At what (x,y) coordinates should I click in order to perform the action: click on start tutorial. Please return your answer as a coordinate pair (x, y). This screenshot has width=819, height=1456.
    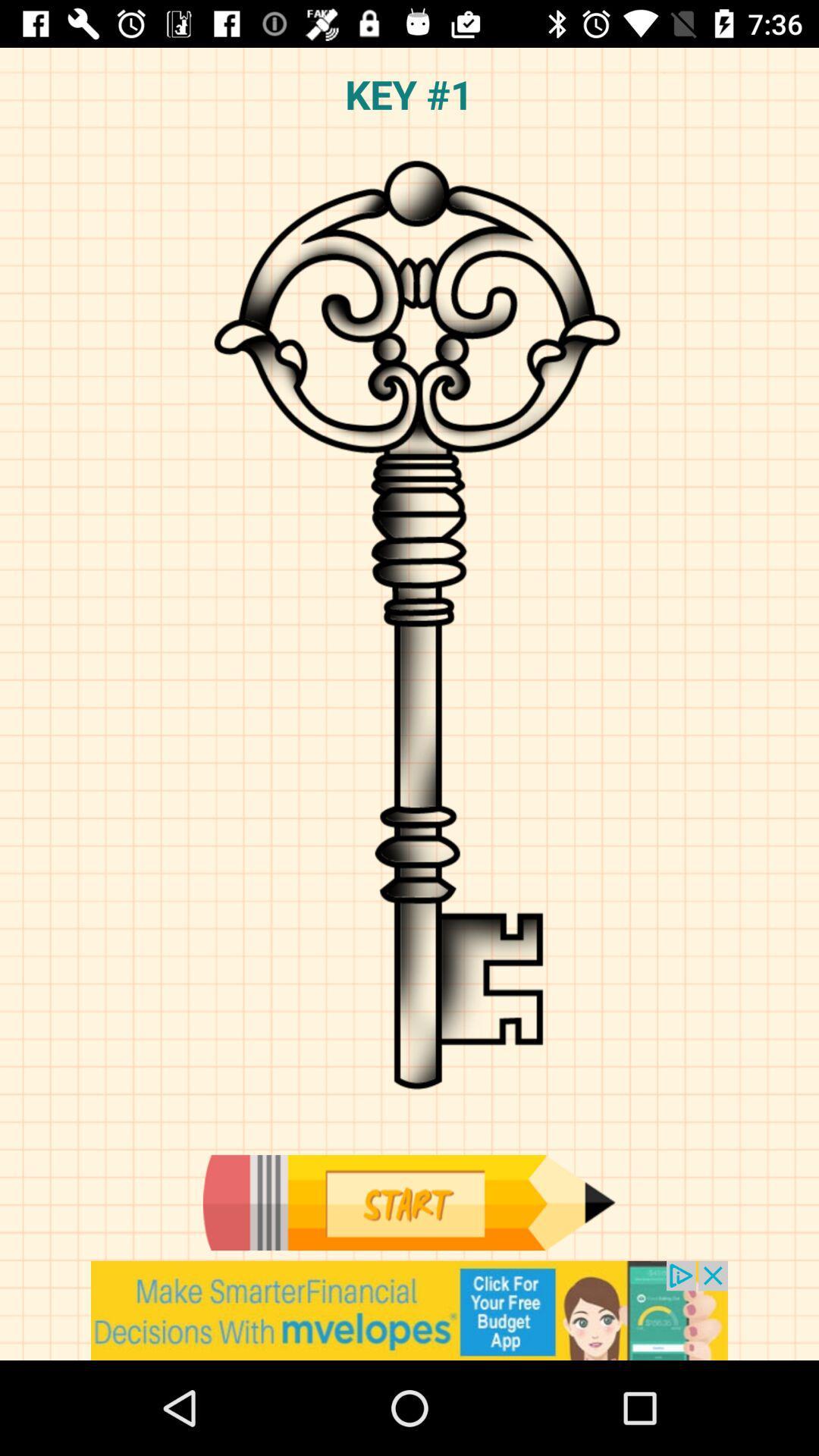
    Looking at the image, I should click on (408, 1202).